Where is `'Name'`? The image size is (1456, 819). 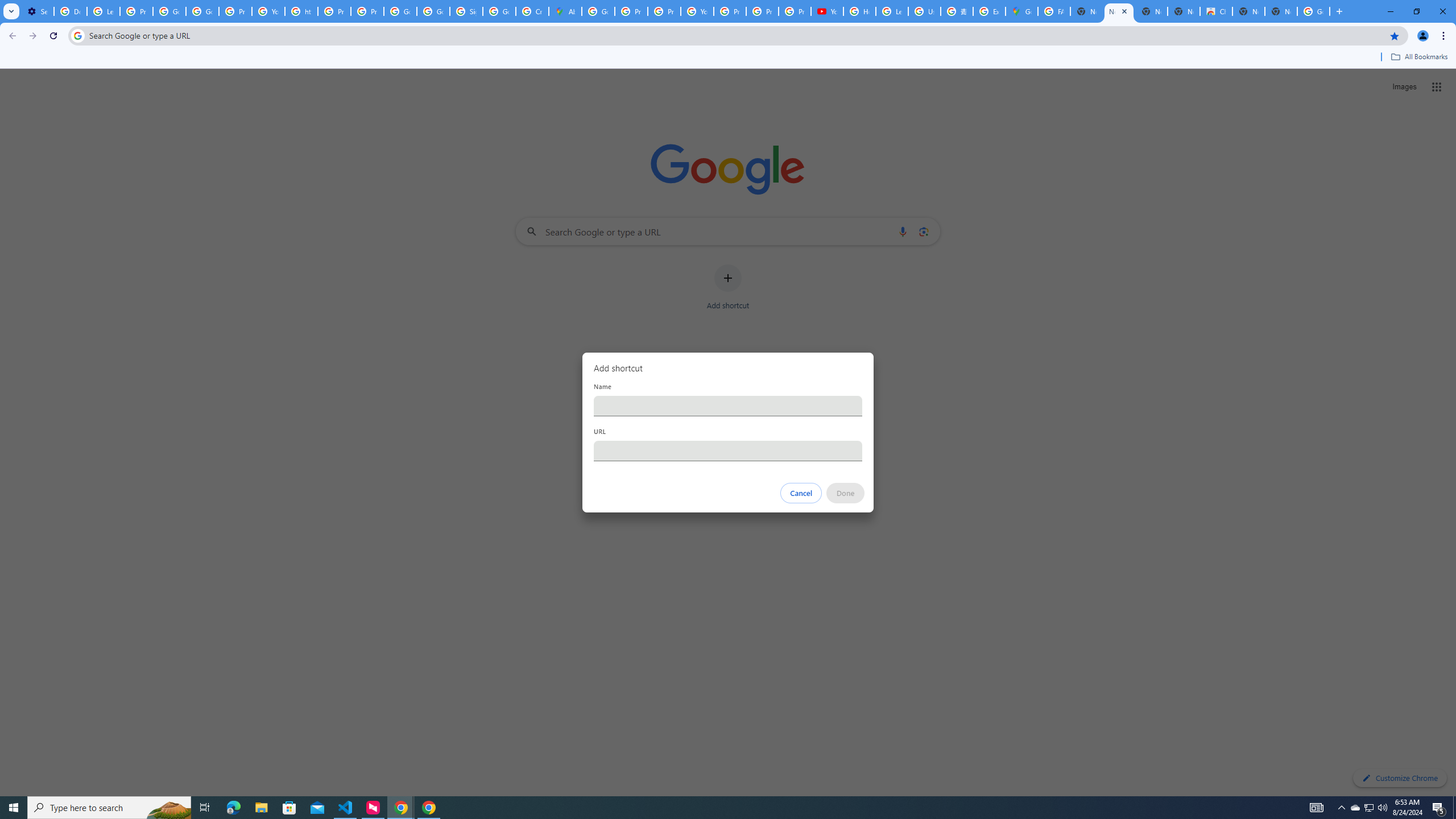
'Name' is located at coordinates (728, 405).